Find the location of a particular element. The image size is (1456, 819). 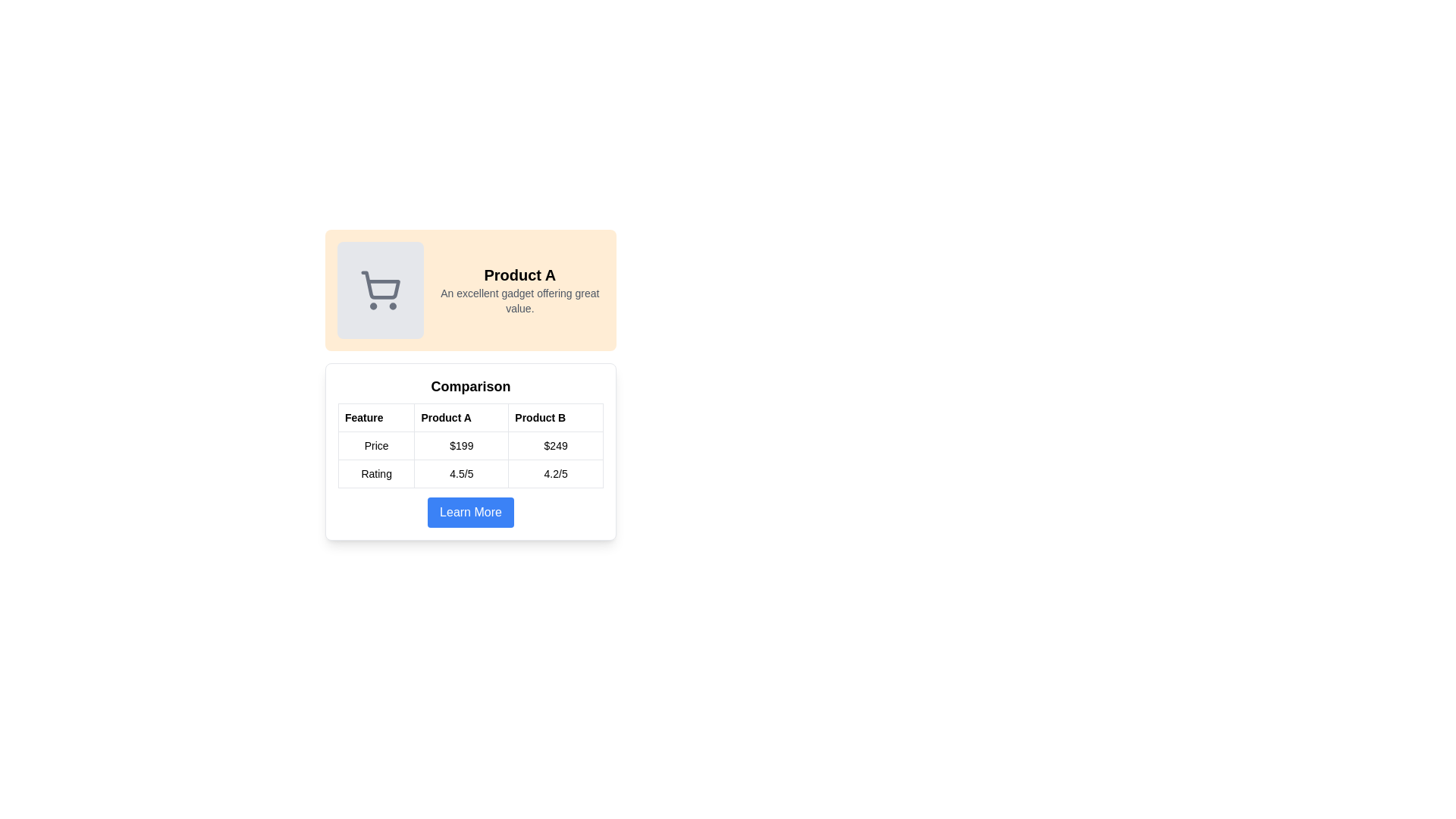

static text display showing the price '$249' for 'Product B' in the comparison table is located at coordinates (555, 444).